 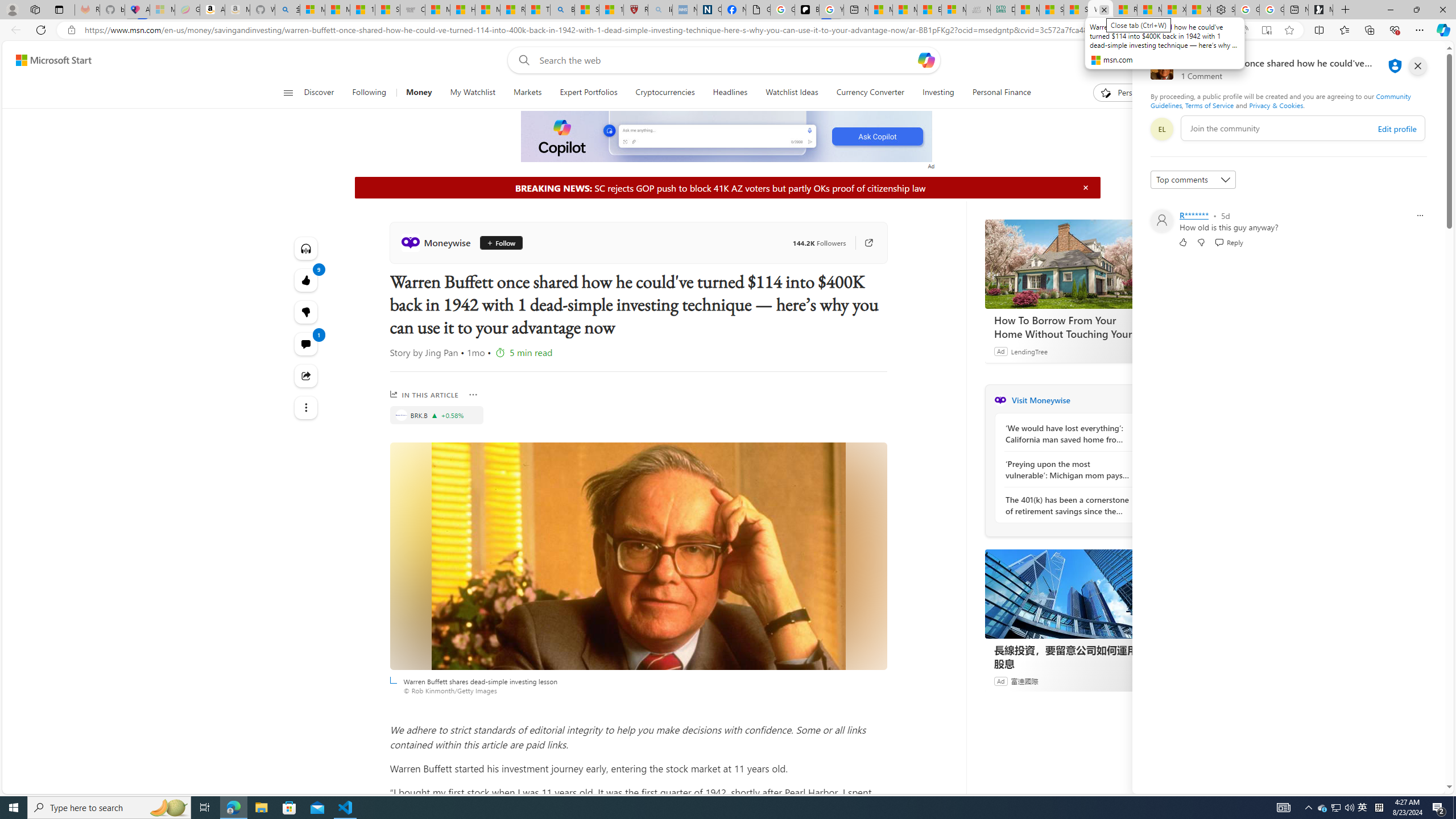 I want to click on 'Markets', so click(x=526, y=92).